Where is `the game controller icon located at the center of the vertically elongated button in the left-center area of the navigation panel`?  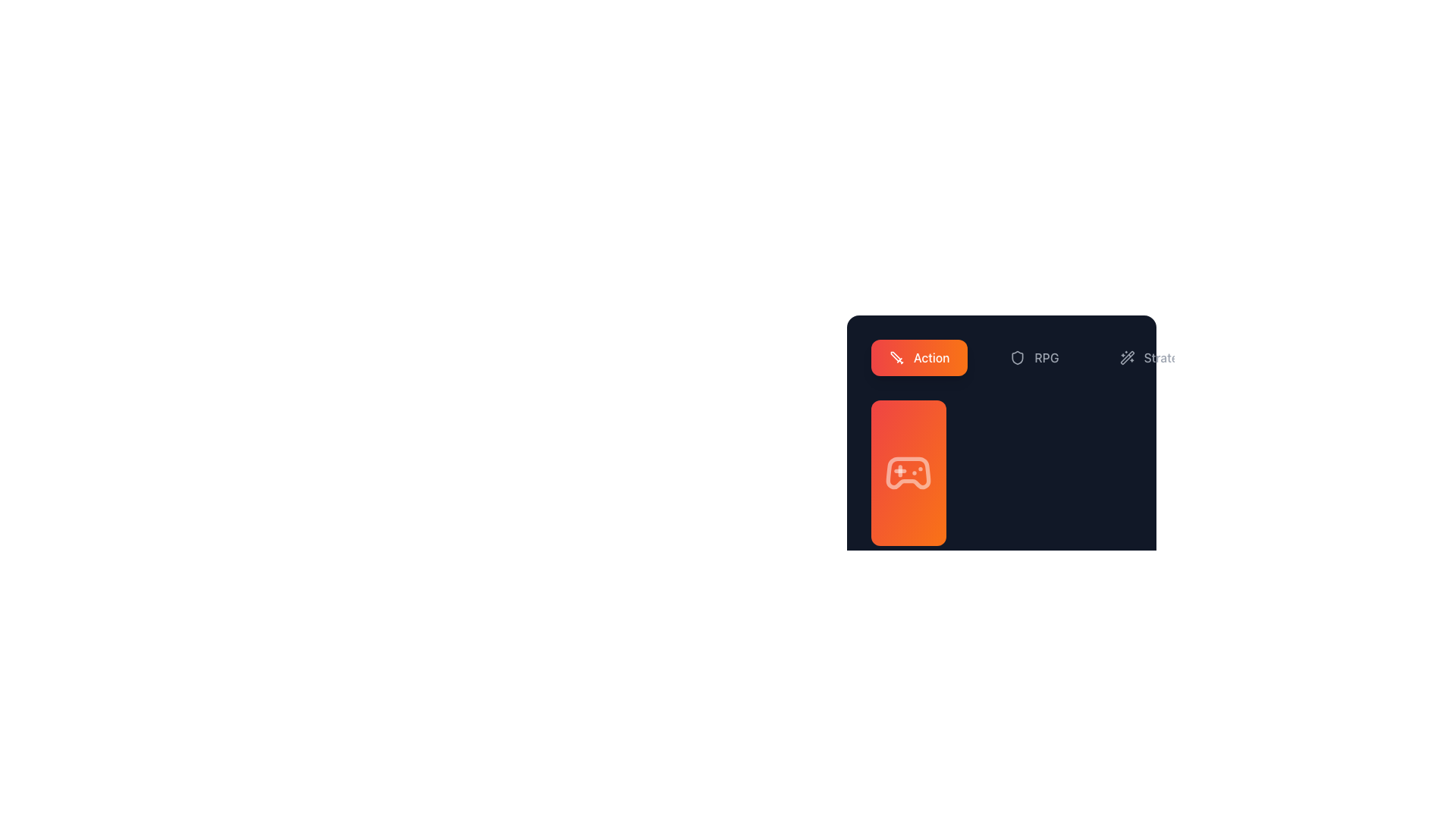 the game controller icon located at the center of the vertically elongated button in the left-center area of the navigation panel is located at coordinates (908, 472).